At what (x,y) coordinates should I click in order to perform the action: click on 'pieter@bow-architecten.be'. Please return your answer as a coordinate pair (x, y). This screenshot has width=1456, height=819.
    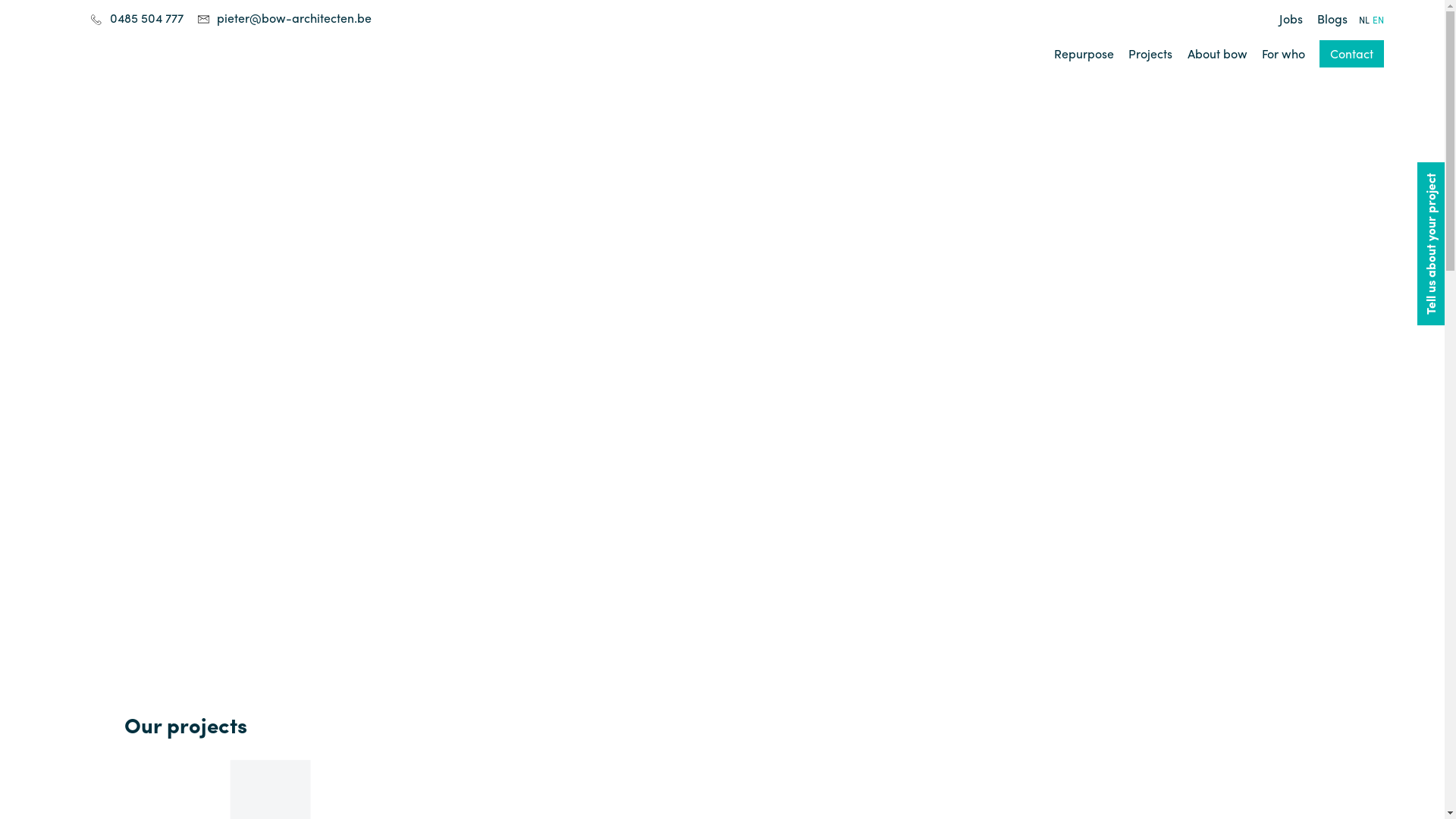
    Looking at the image, I should click on (216, 17).